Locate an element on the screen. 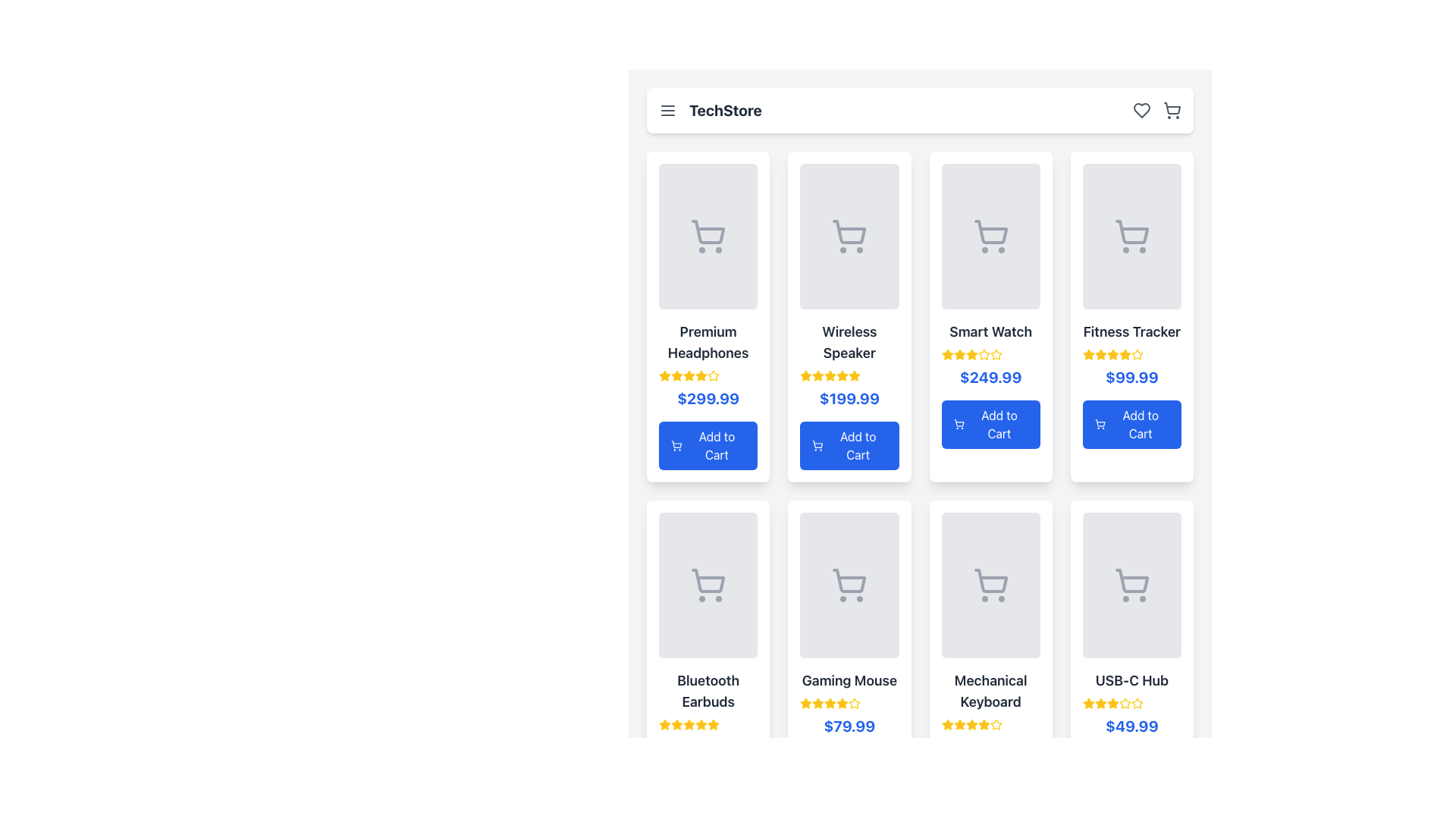 This screenshot has width=1456, height=819. the Text label that indicates the name of the product showcased in the card, located in the bottom-right corner of the grid layout, above the product price and beneath the image placeholder is located at coordinates (1131, 680).